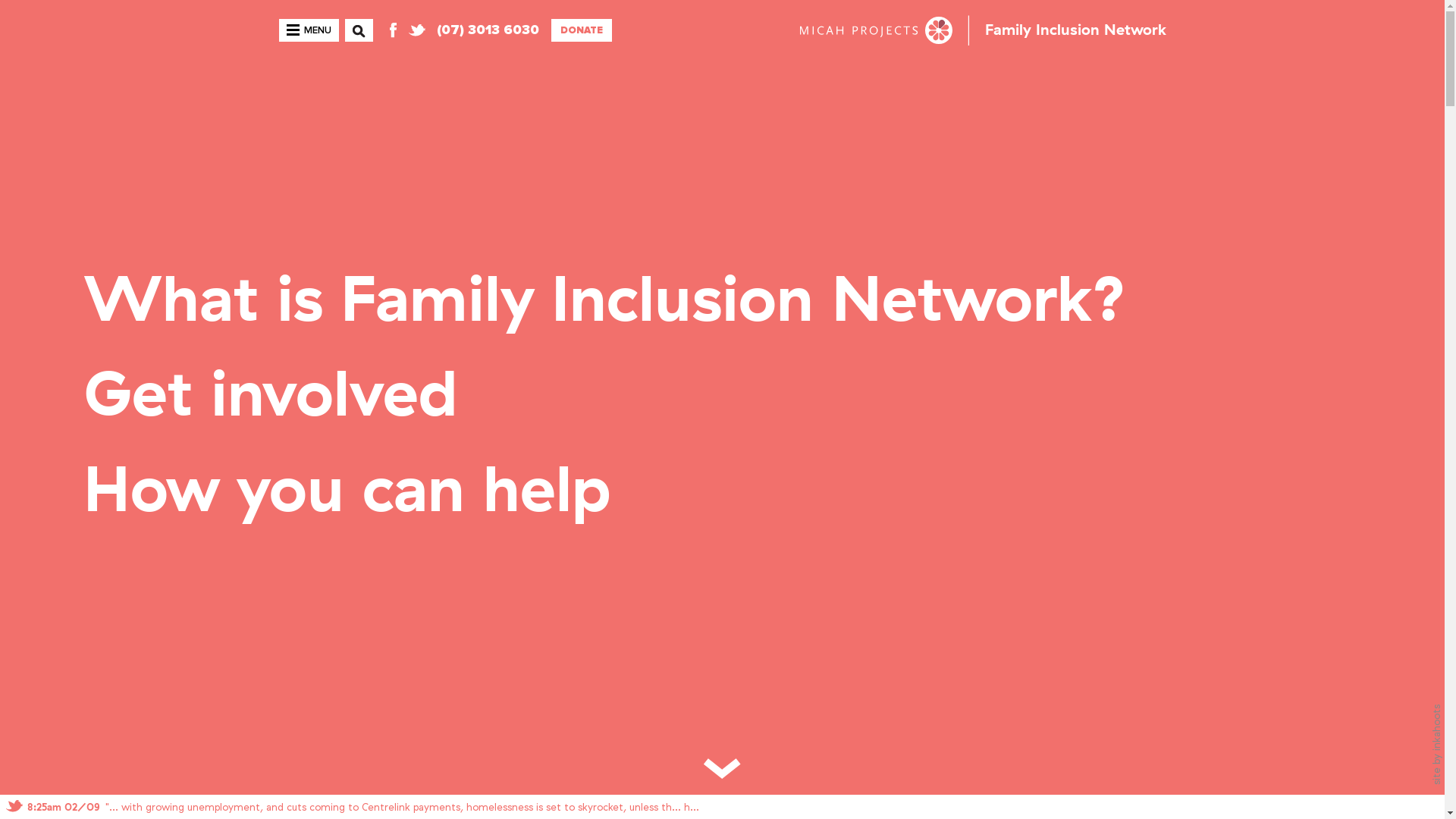 The height and width of the screenshot is (819, 1456). I want to click on 'Family Inclusion Network', so click(1074, 30).